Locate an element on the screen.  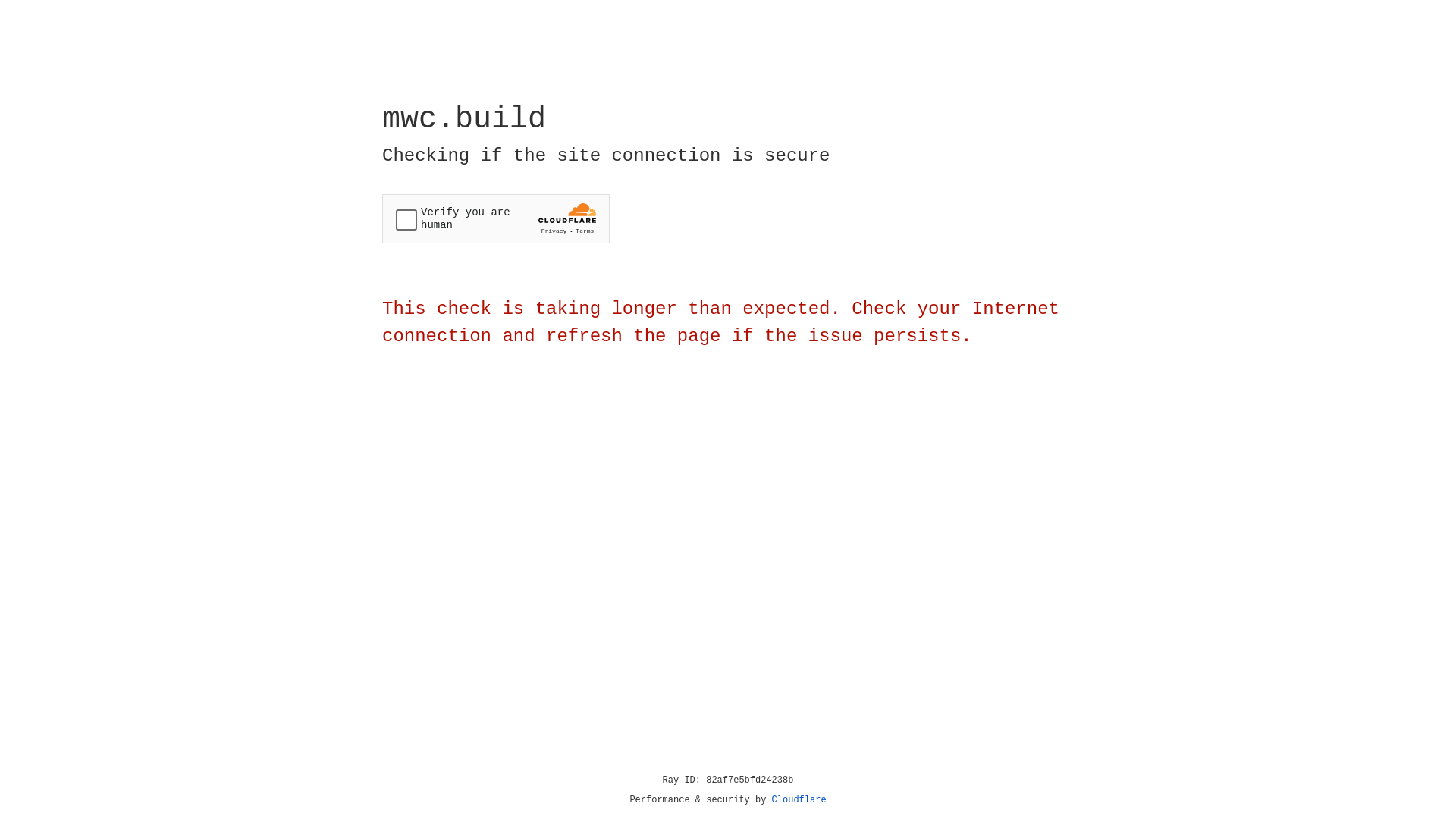
'Widget containing a Cloudflare security challenge' is located at coordinates (495, 218).